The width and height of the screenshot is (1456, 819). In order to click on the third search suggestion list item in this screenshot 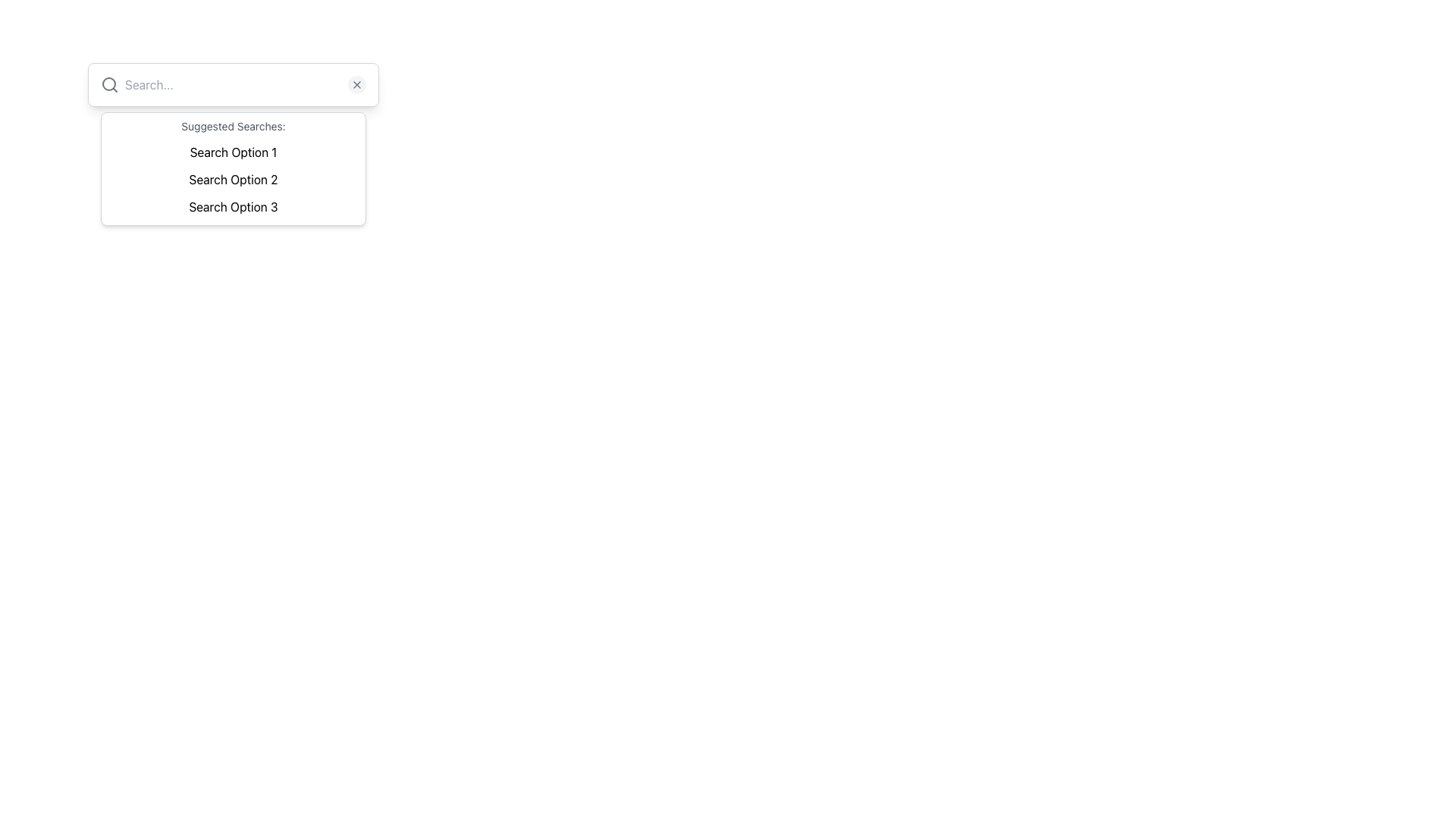, I will do `click(232, 207)`.